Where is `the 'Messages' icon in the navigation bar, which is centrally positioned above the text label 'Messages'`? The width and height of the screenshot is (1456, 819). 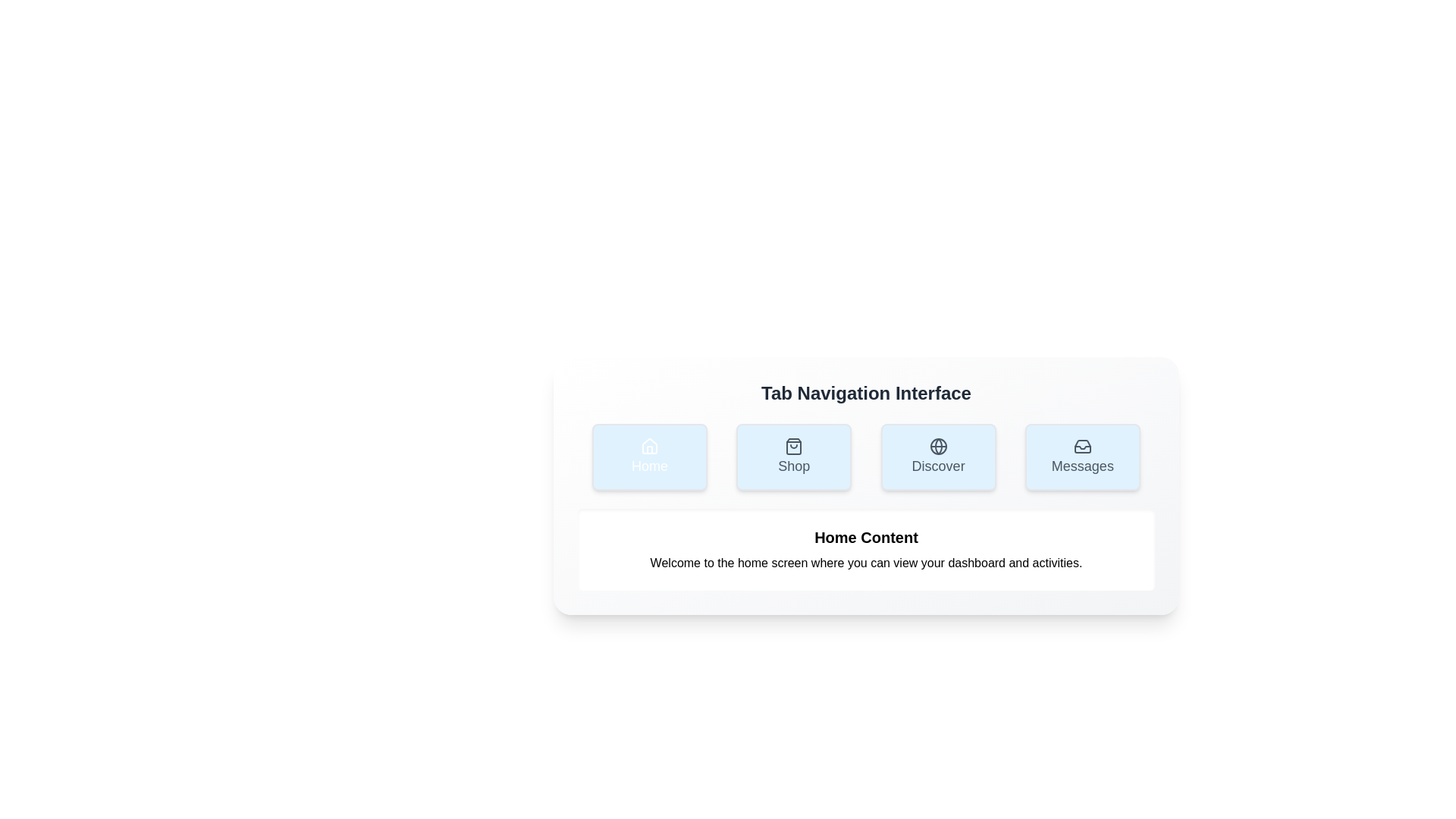
the 'Messages' icon in the navigation bar, which is centrally positioned above the text label 'Messages' is located at coordinates (1081, 446).